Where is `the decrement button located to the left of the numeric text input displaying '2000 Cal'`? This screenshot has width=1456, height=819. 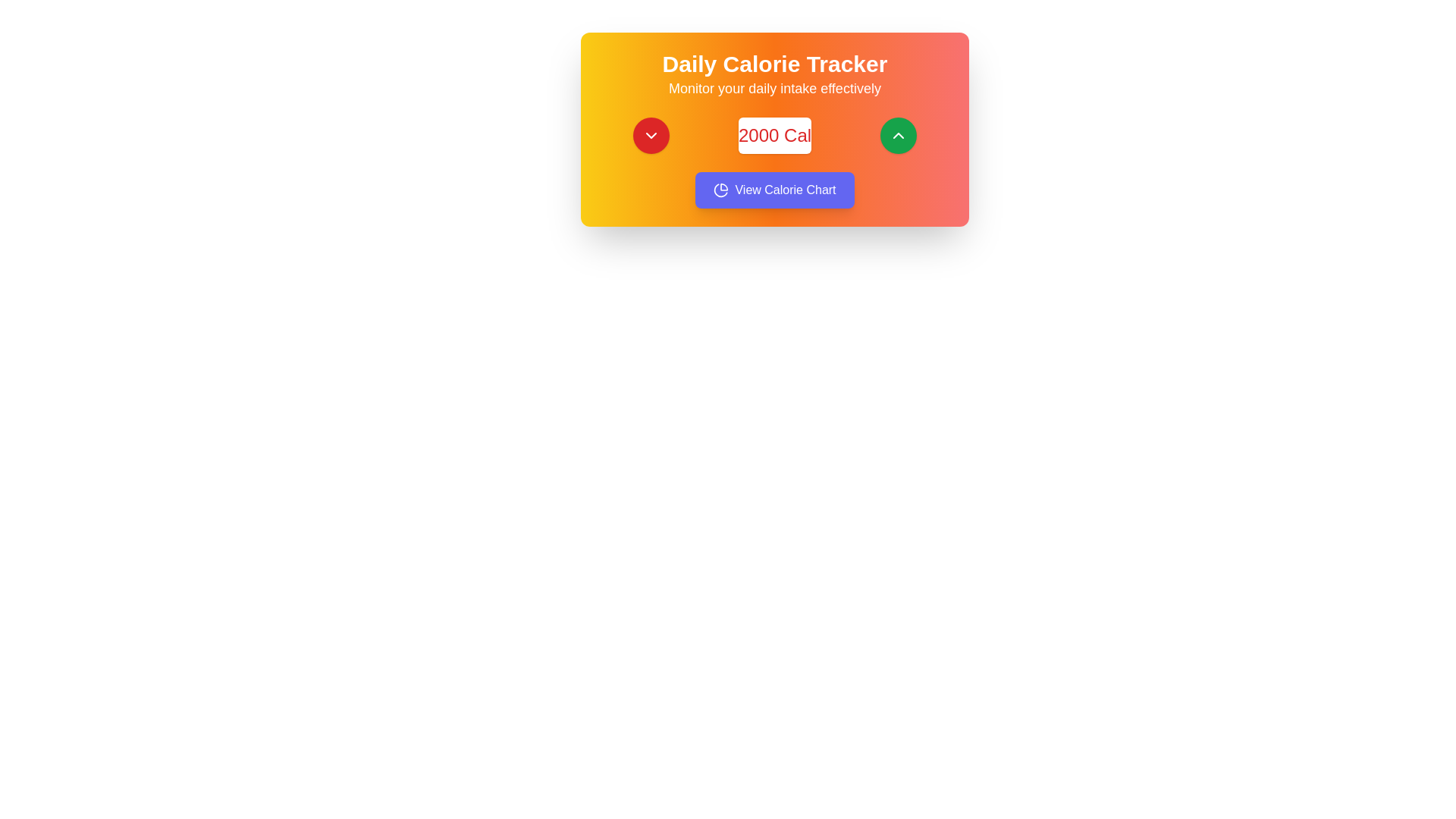 the decrement button located to the left of the numeric text input displaying '2000 Cal' is located at coordinates (651, 134).